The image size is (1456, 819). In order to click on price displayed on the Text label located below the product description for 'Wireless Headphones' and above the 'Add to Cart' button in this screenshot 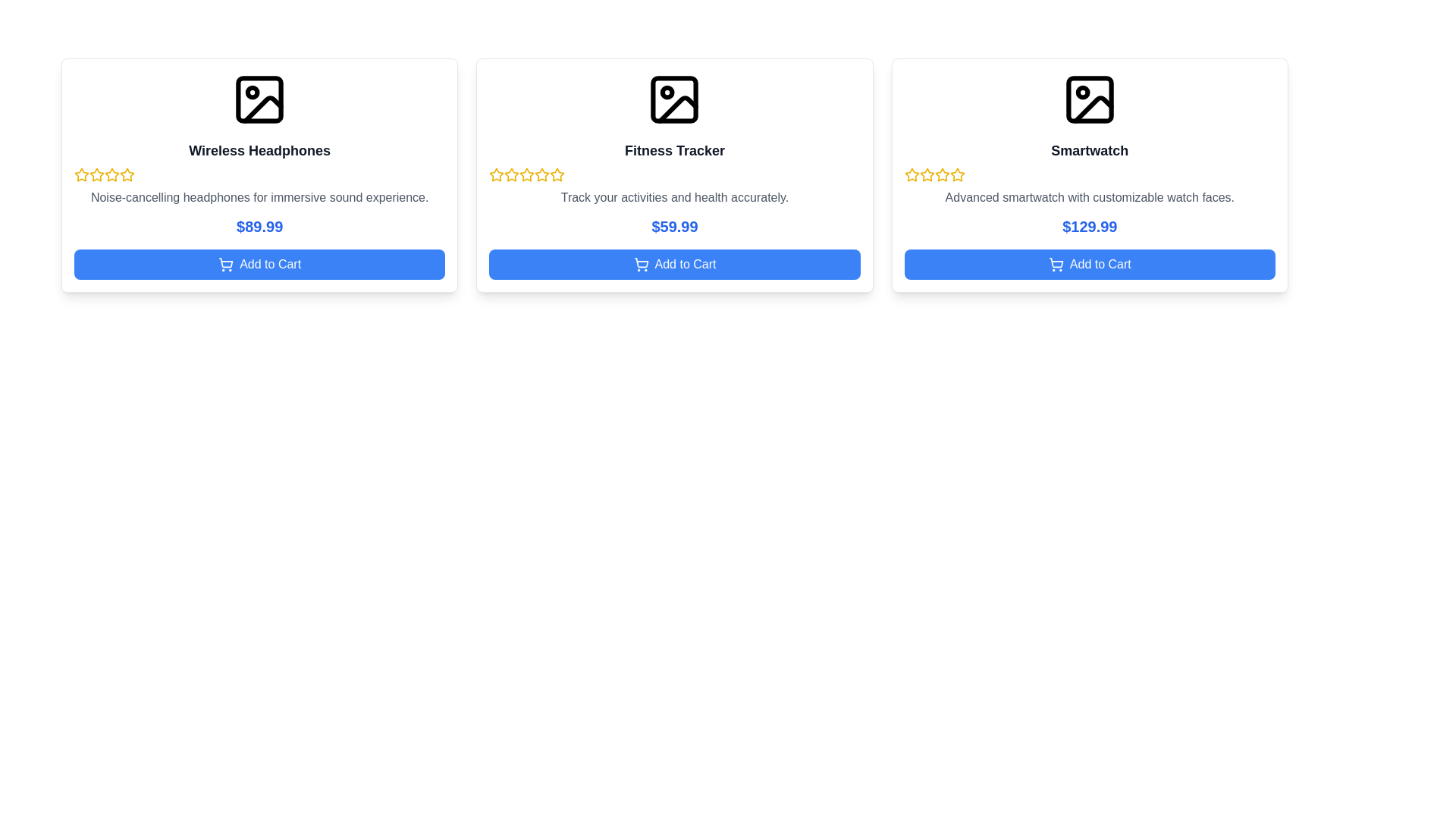, I will do `click(259, 227)`.